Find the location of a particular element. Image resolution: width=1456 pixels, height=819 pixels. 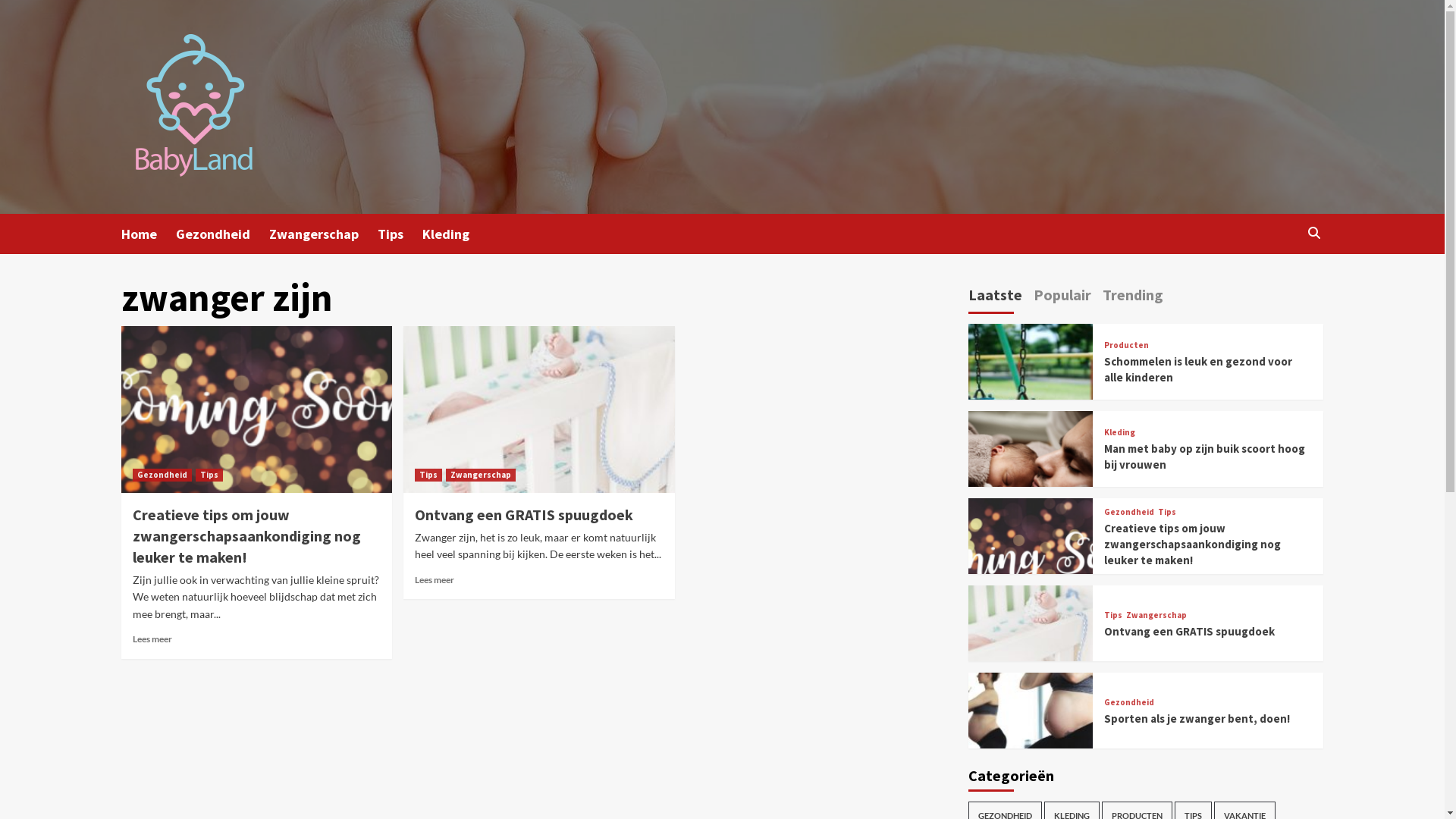

'Search' is located at coordinates (1313, 233).